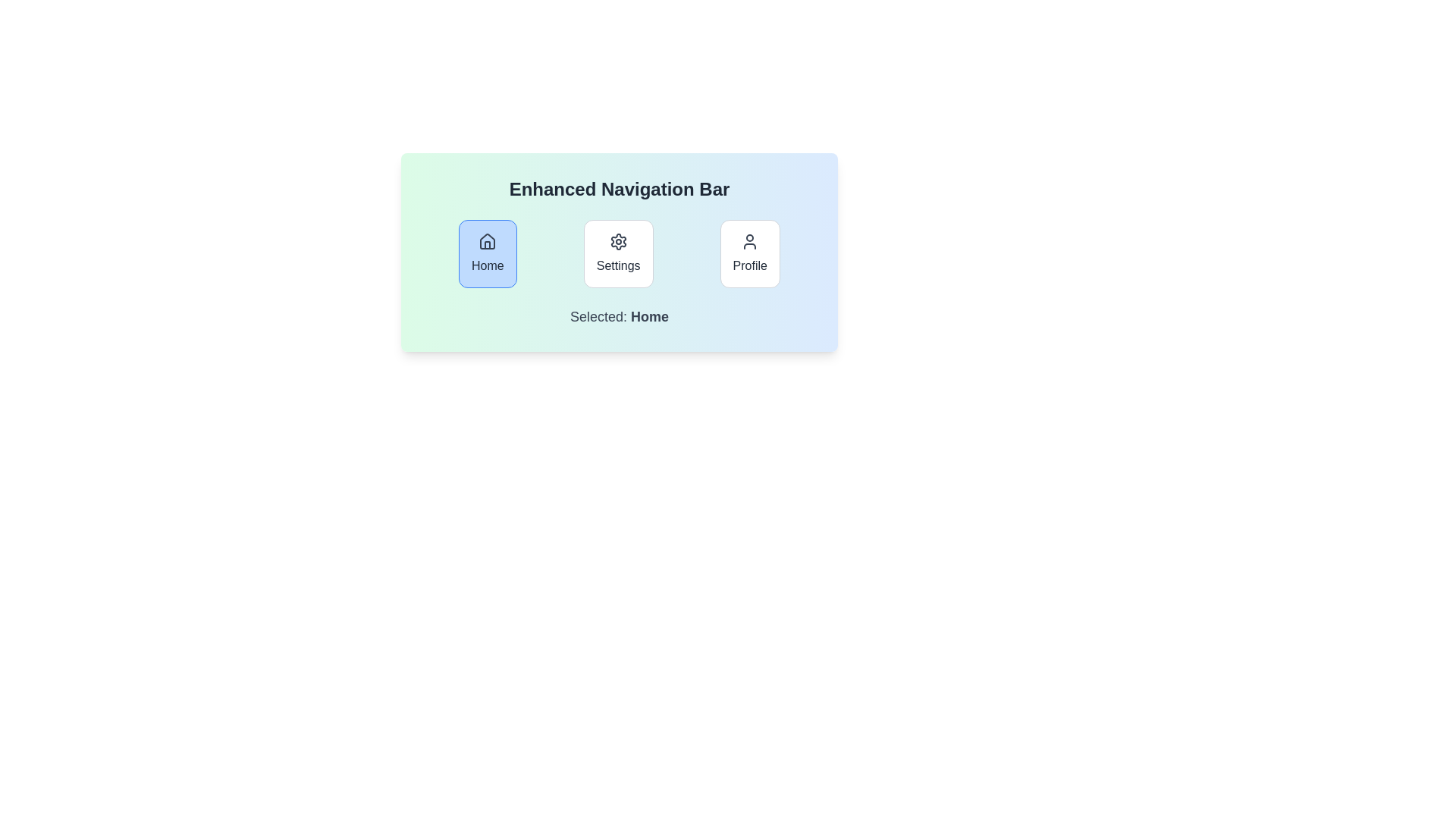 The image size is (1456, 819). I want to click on the Text Label that serves as the title or header of the navigation section, which is centrally aligned above the buttons labeled 'Home', 'Settings', and 'Profile', so click(619, 189).